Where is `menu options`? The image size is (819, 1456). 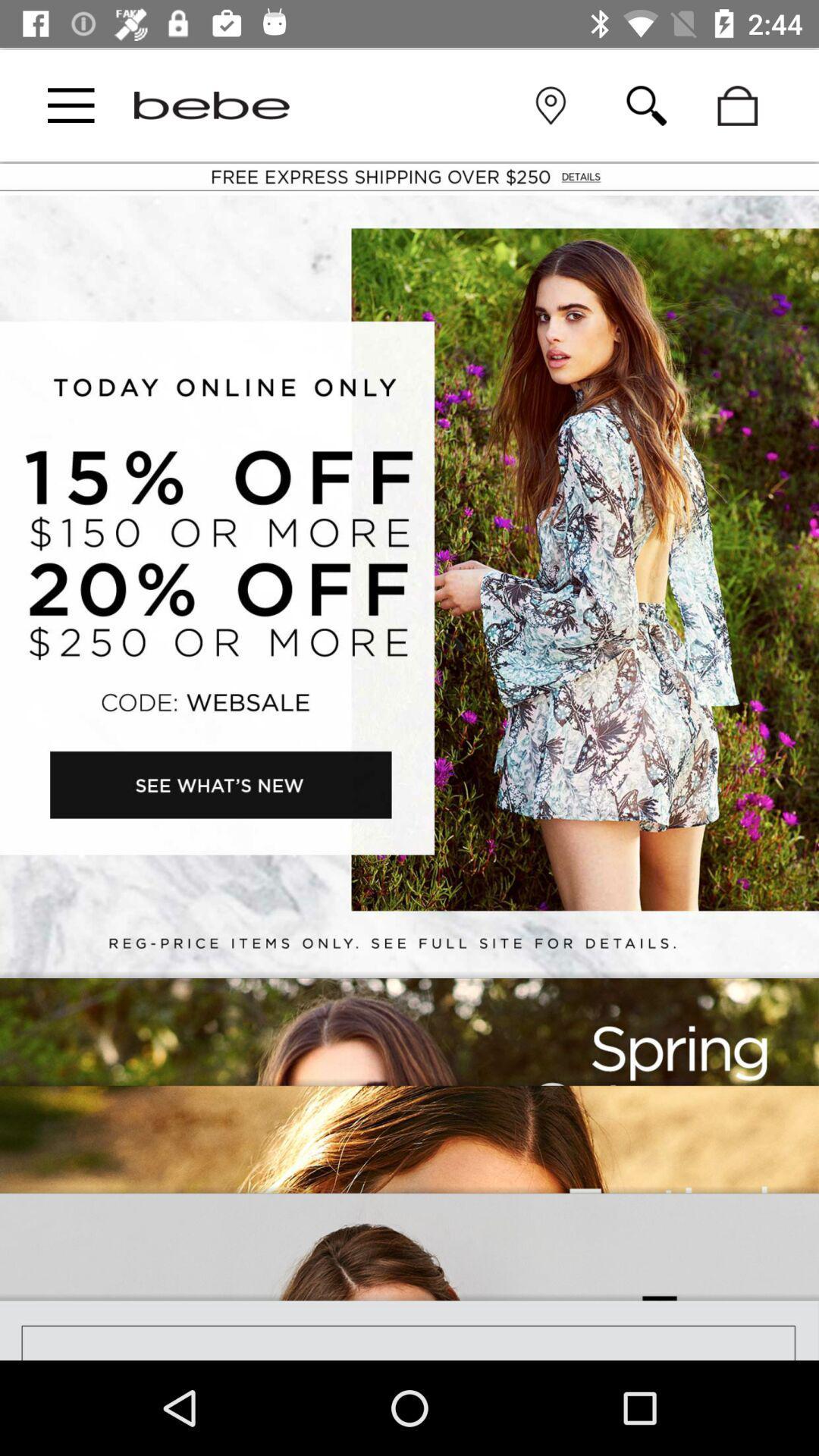 menu options is located at coordinates (71, 105).